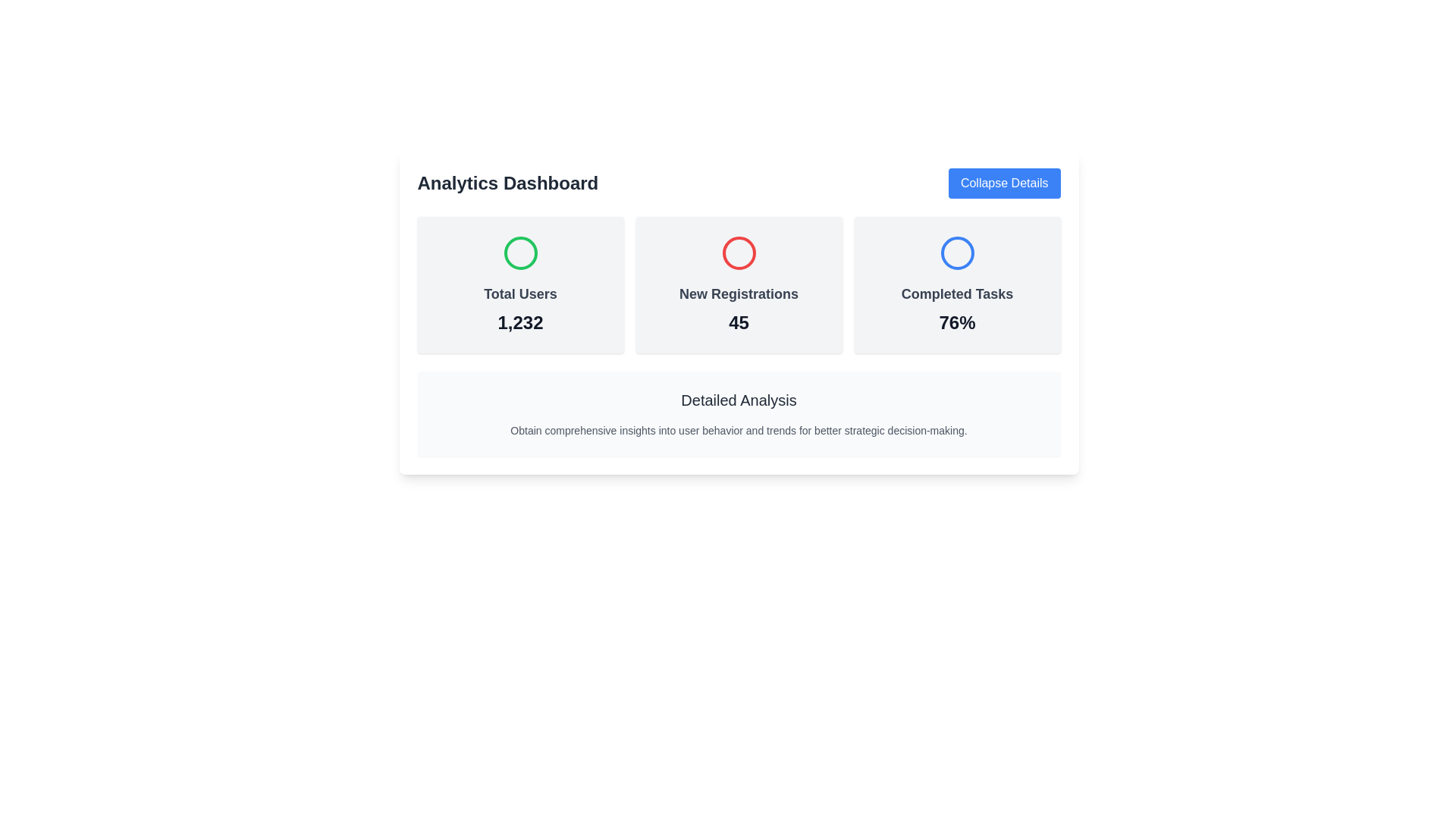 The height and width of the screenshot is (819, 1456). Describe the element at coordinates (507, 183) in the screenshot. I see `the bold, large-sized text label that says 'Analytics Dashboard', which is styled prominently as a header in dark gray color and is located at the top-left of the interface` at that location.